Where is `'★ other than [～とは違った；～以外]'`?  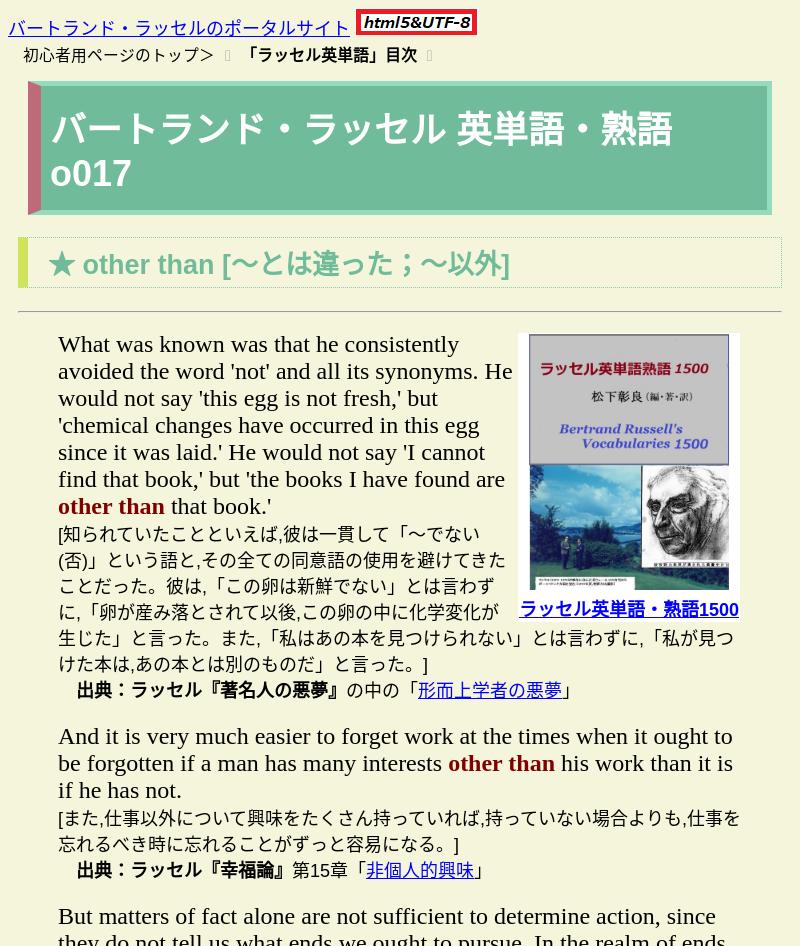
'★ other than [～とは違った；～以外]' is located at coordinates (47, 263).